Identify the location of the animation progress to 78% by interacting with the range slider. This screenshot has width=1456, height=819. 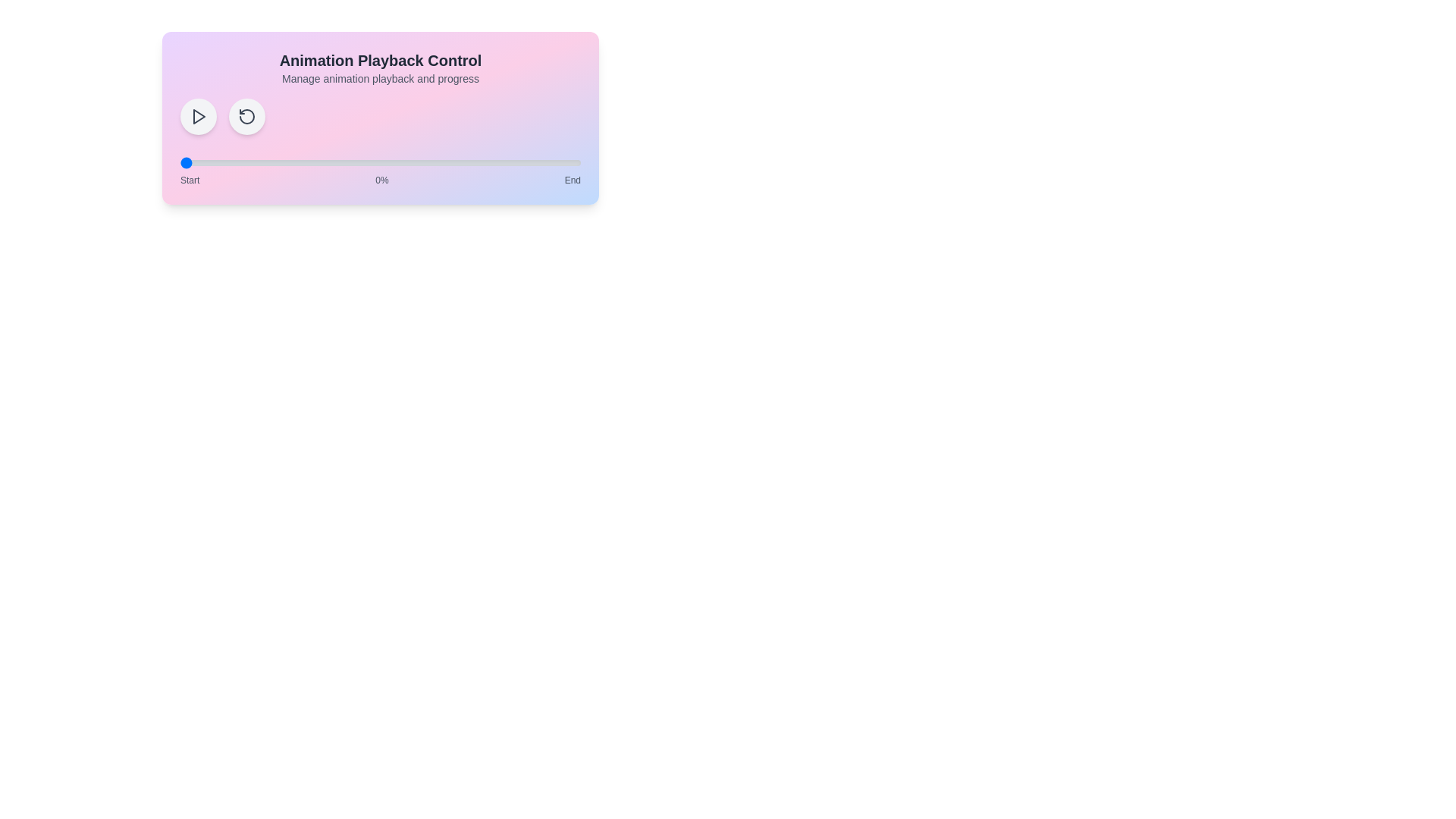
(492, 163).